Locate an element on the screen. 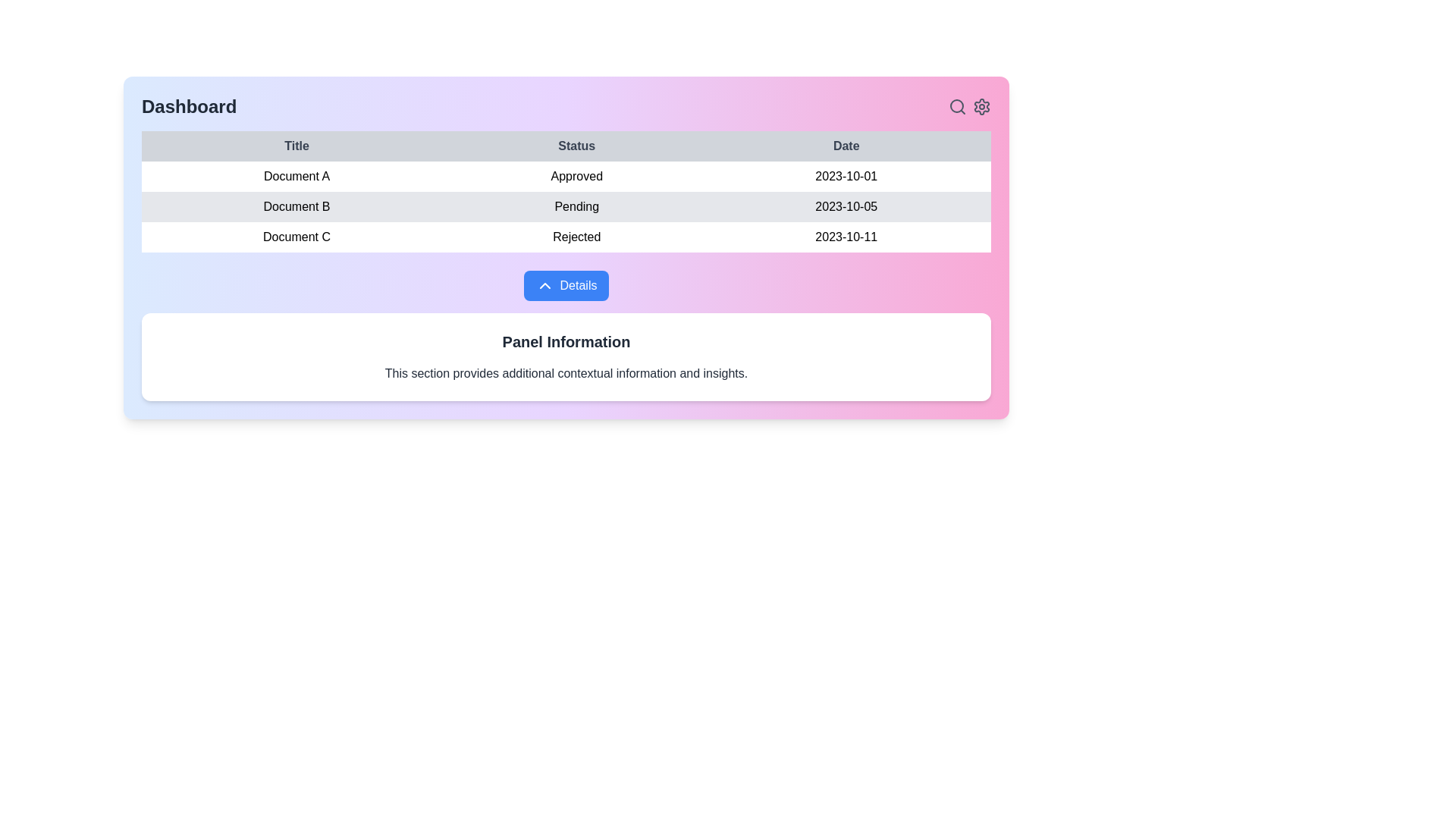 This screenshot has height=819, width=1456. the Table Header Row at the top of the data table in the dashboard interface, which displays the column labels is located at coordinates (566, 146).